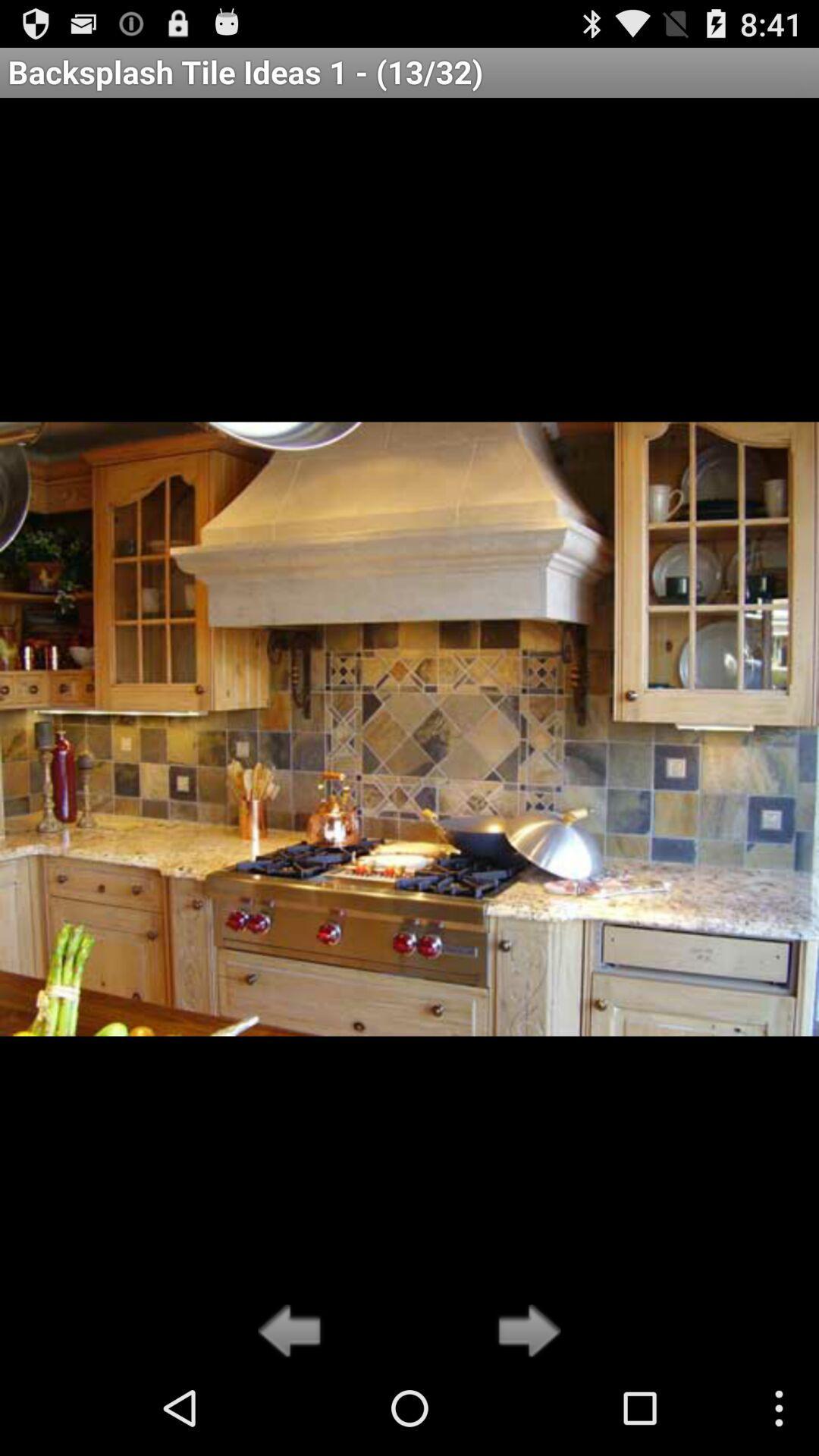 The height and width of the screenshot is (1456, 819). What do you see at coordinates (524, 1332) in the screenshot?
I see `item below backsplash tile ideas app` at bounding box center [524, 1332].